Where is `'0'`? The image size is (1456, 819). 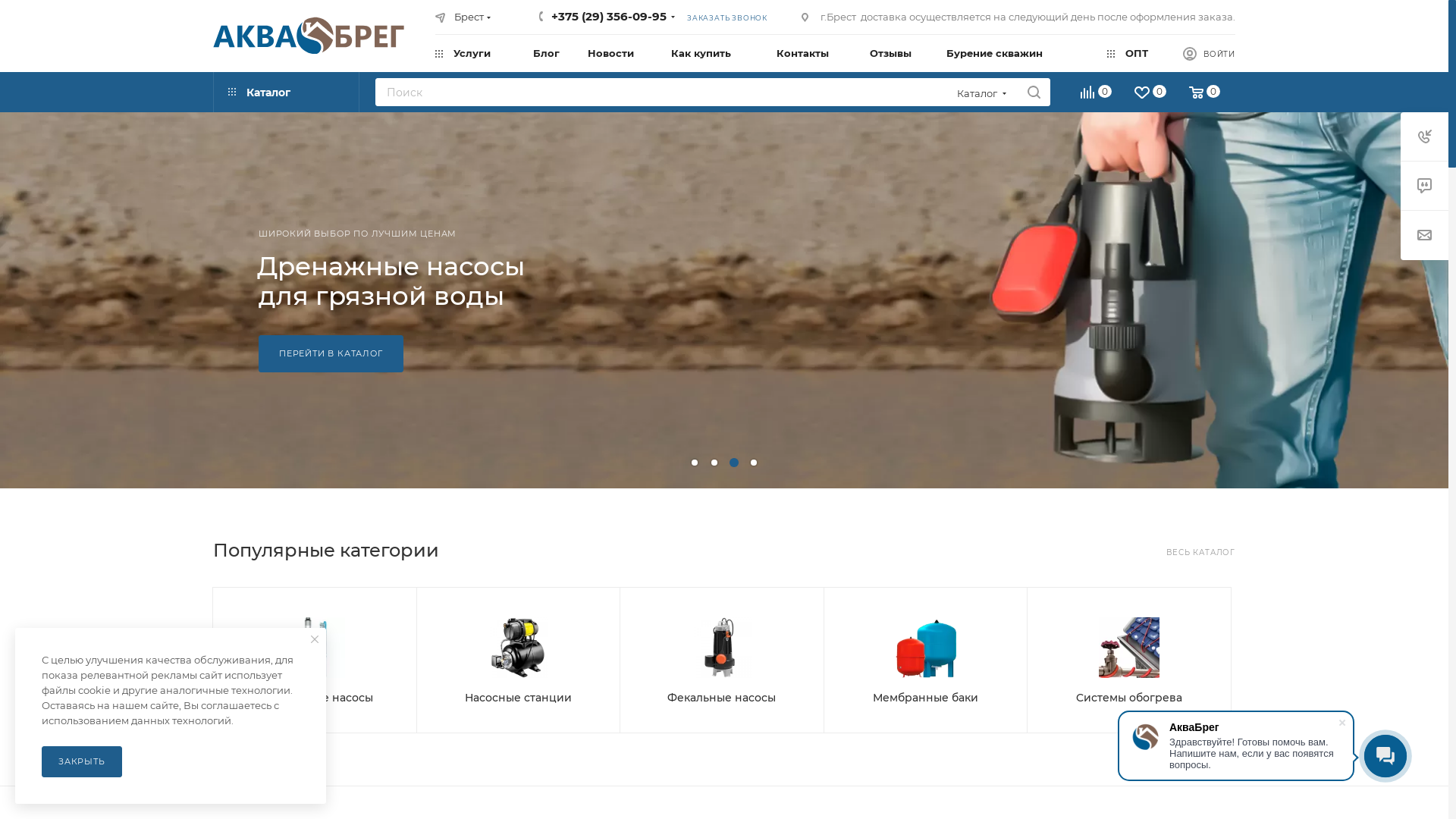
'0' is located at coordinates (1124, 94).